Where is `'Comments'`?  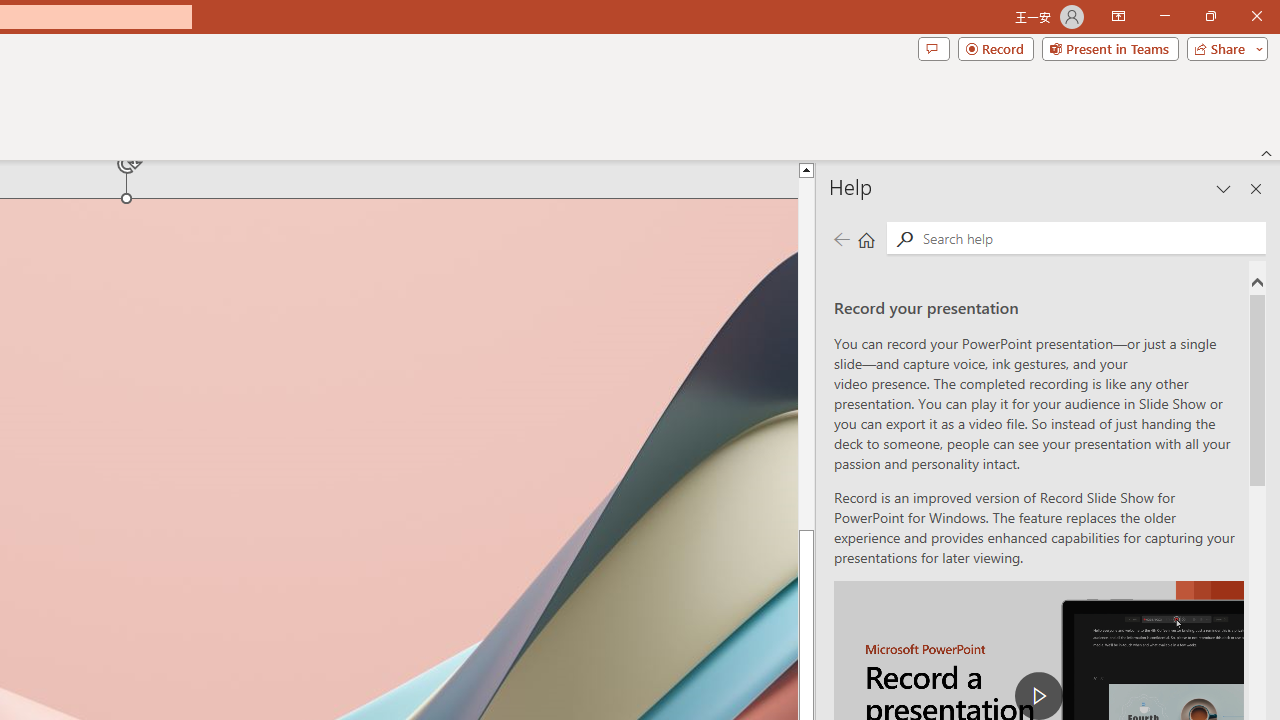 'Comments' is located at coordinates (932, 47).